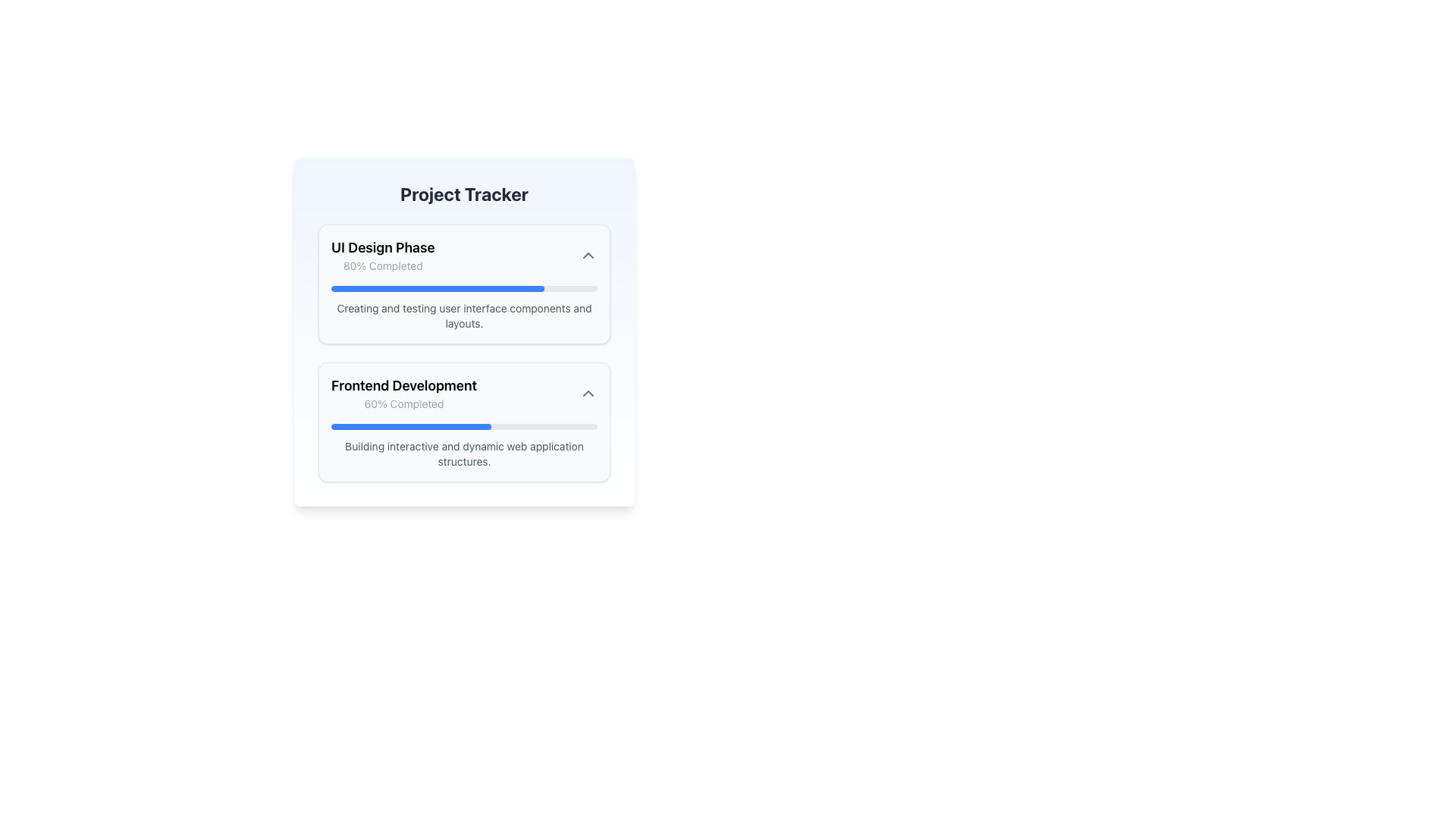  What do you see at coordinates (588, 393) in the screenshot?
I see `the upward-pointing chevron icon styled with gray color located at the rightmost end of the 'Frontend Development' section` at bounding box center [588, 393].